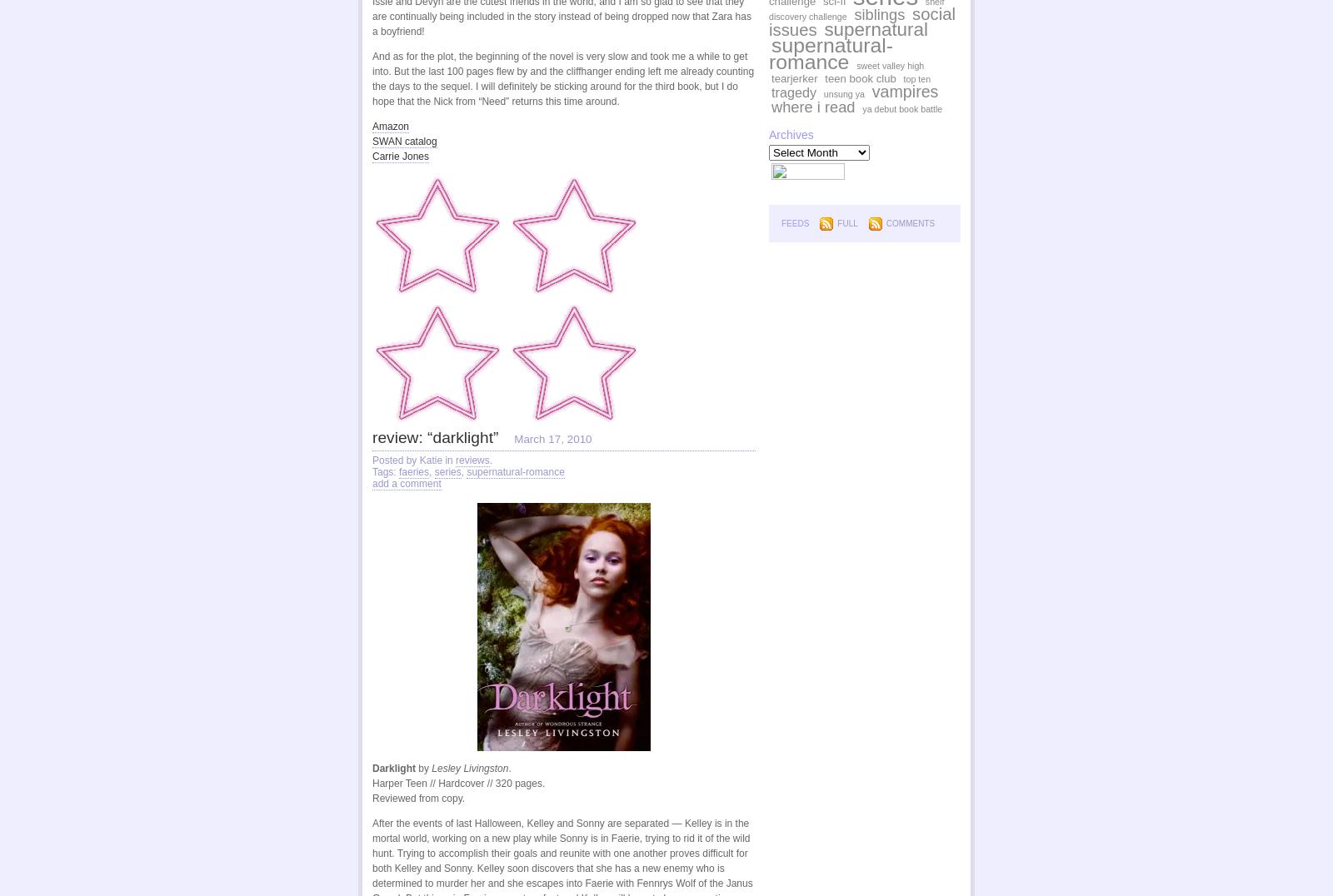  Describe the element at coordinates (446, 471) in the screenshot. I see `'series'` at that location.